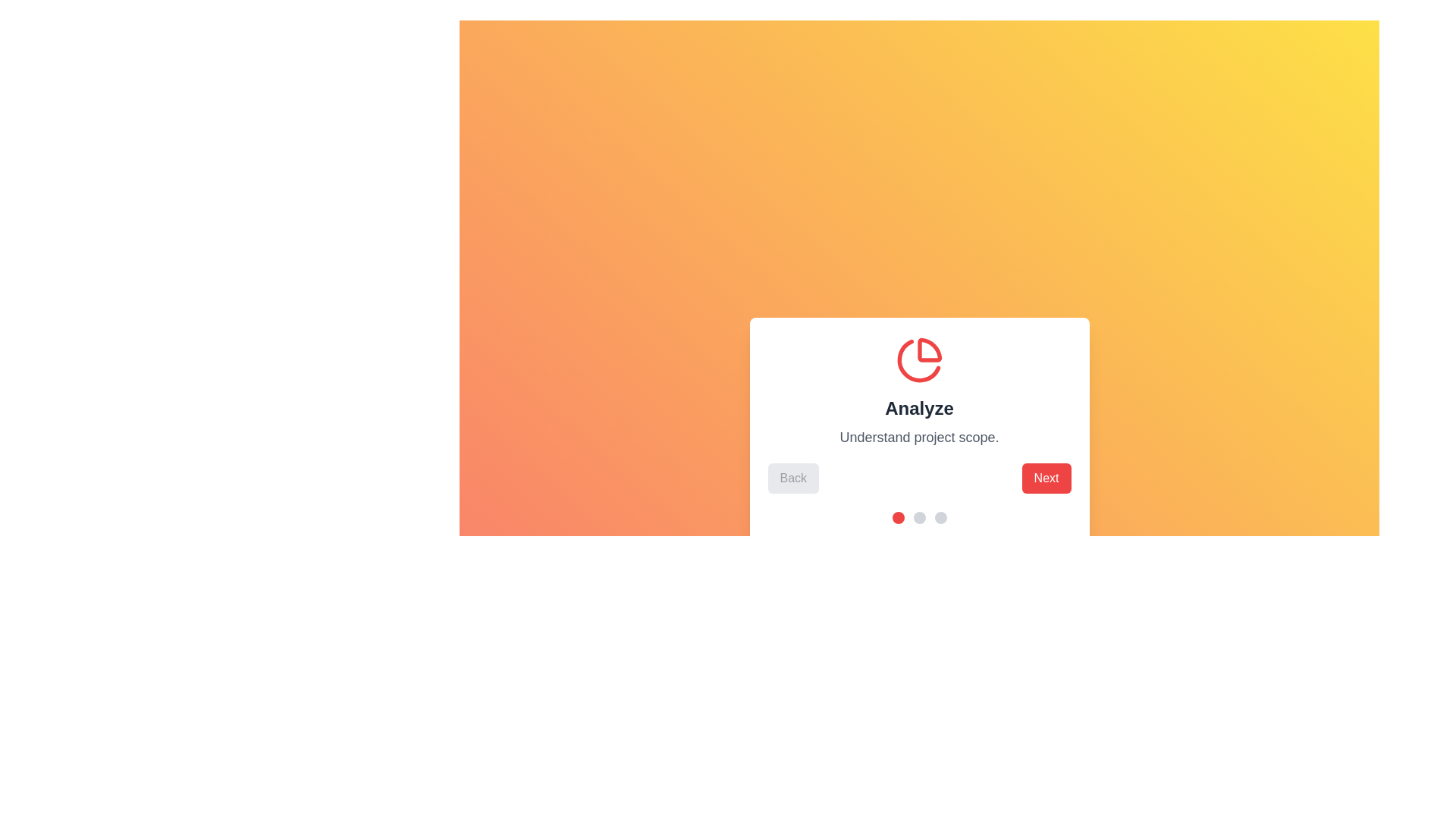 The image size is (1456, 819). Describe the element at coordinates (940, 516) in the screenshot. I see `the progress dot corresponding to stage 3` at that location.